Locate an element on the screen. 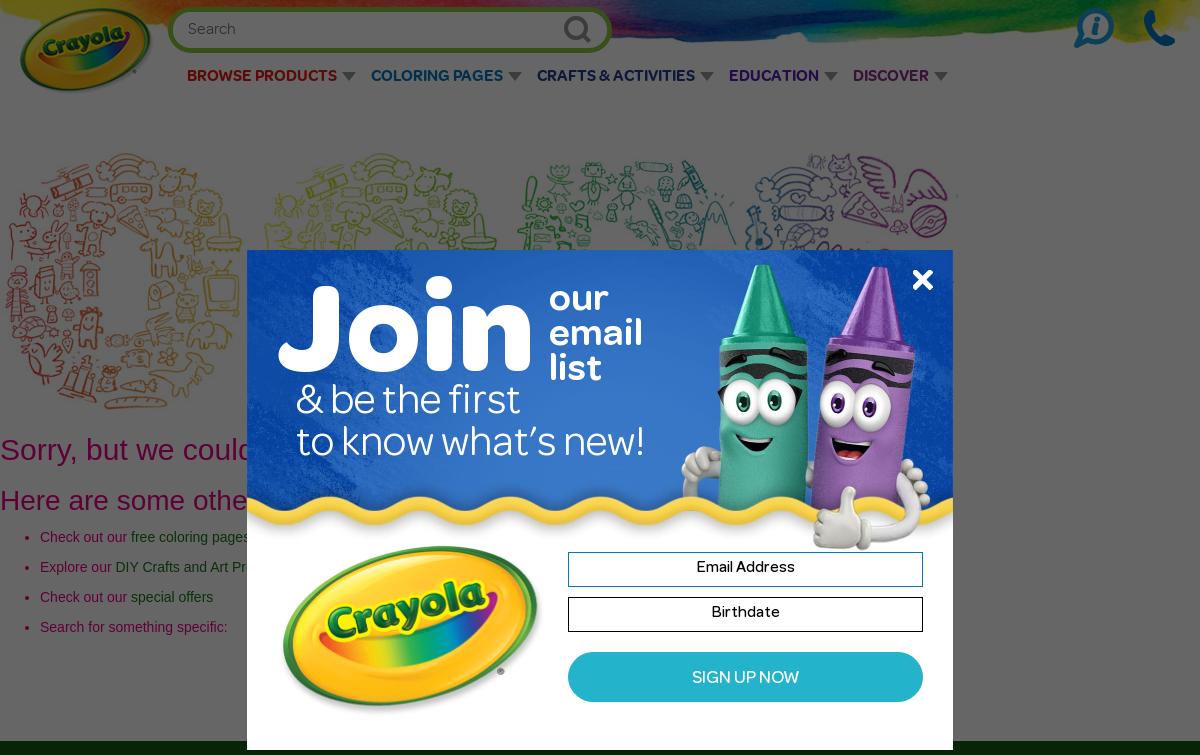 Image resolution: width=1200 pixels, height=755 pixels. 'Search for something specific:' is located at coordinates (39, 624).